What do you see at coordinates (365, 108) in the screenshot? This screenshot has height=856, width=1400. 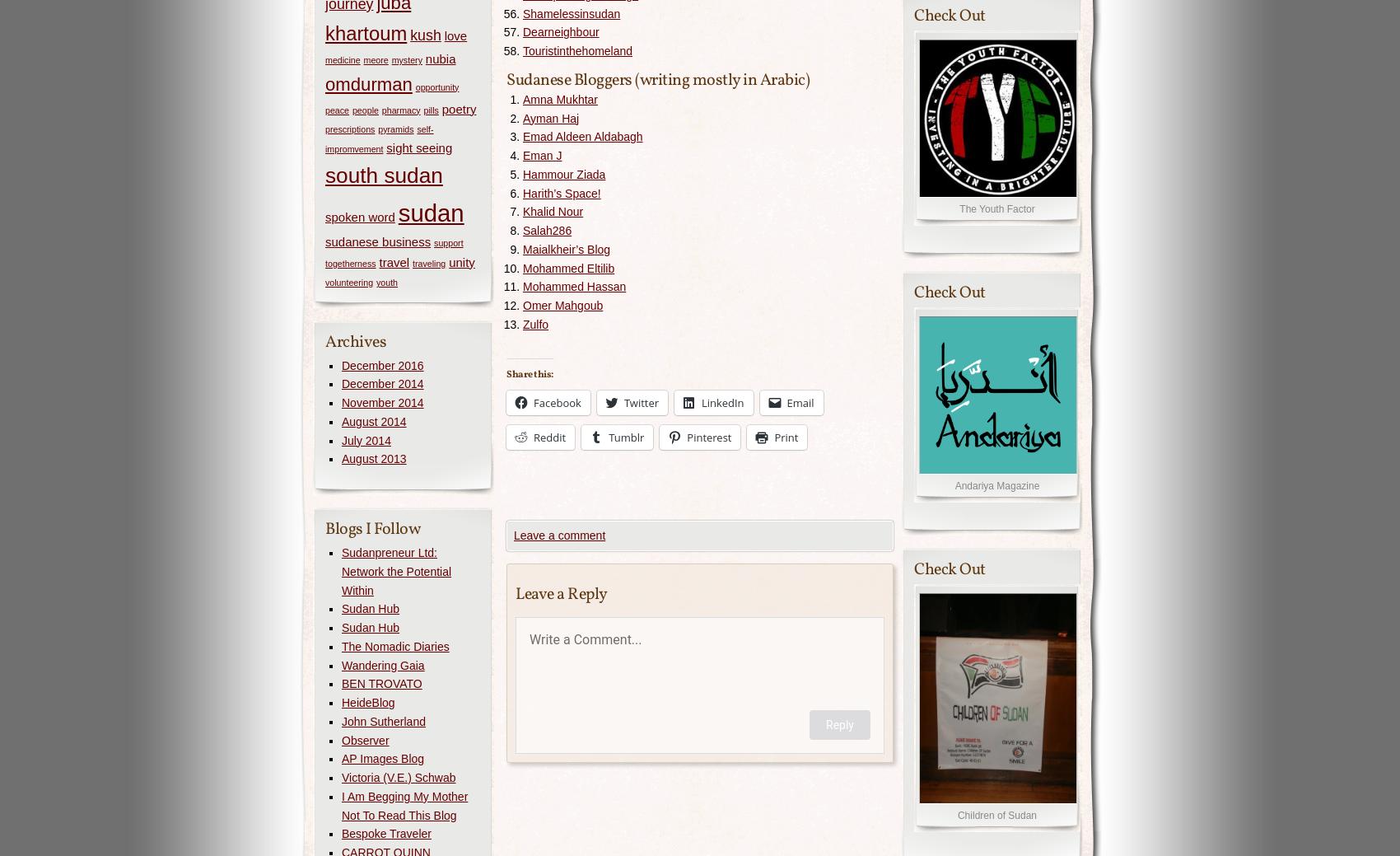 I see `'people'` at bounding box center [365, 108].